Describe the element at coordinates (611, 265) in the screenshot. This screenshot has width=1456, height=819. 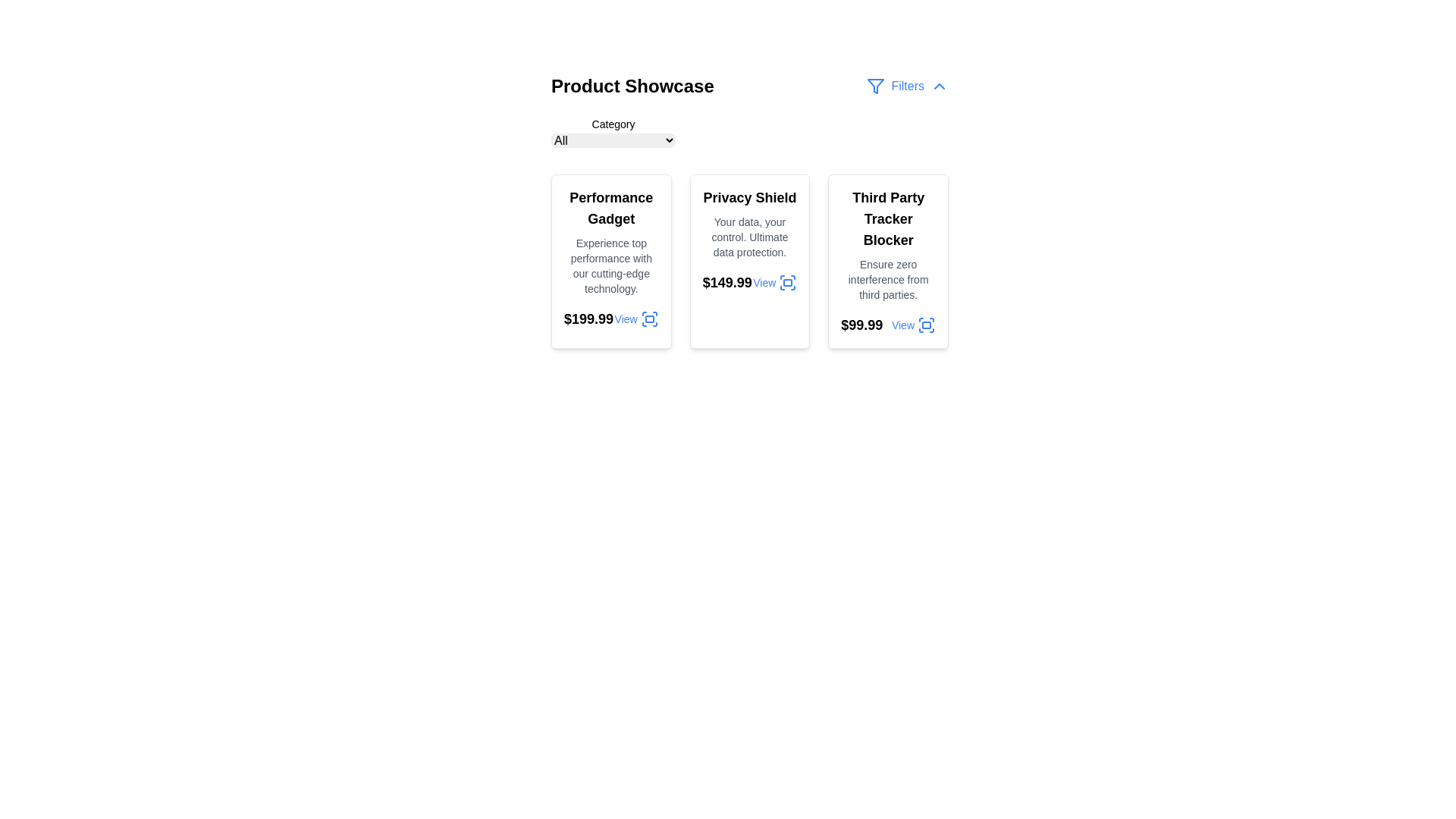
I see `the Text Block element that contains the text 'Experience top performance with our cutting-edge technology.' located beneath the title 'Performance Gadget'` at that location.